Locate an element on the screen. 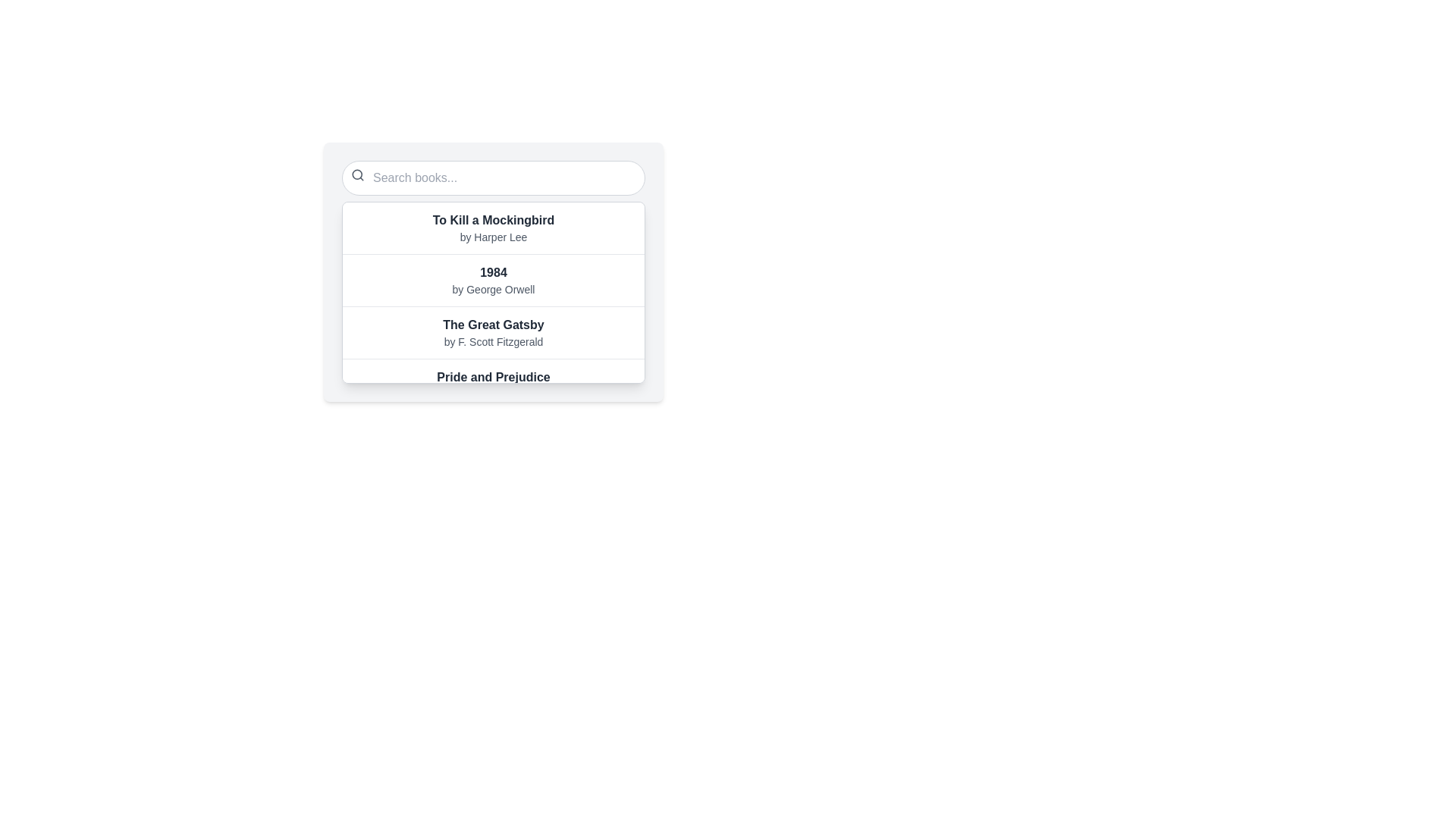 The height and width of the screenshot is (819, 1456). the first item in the list of book suggestions is located at coordinates (494, 227).